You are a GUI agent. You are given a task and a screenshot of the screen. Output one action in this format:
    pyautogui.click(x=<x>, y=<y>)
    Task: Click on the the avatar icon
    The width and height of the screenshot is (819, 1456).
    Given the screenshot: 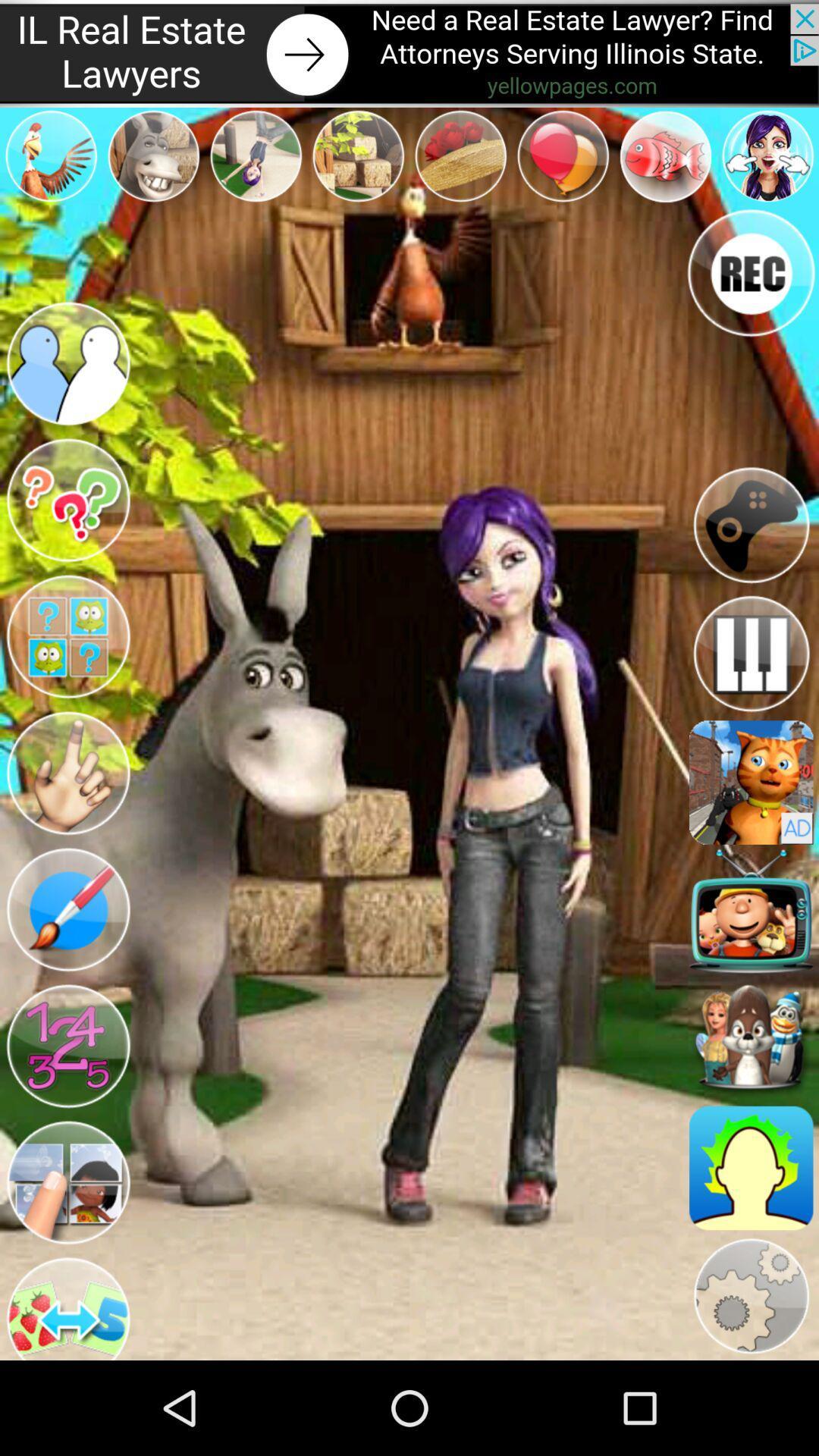 What is the action you would take?
    pyautogui.click(x=751, y=1250)
    